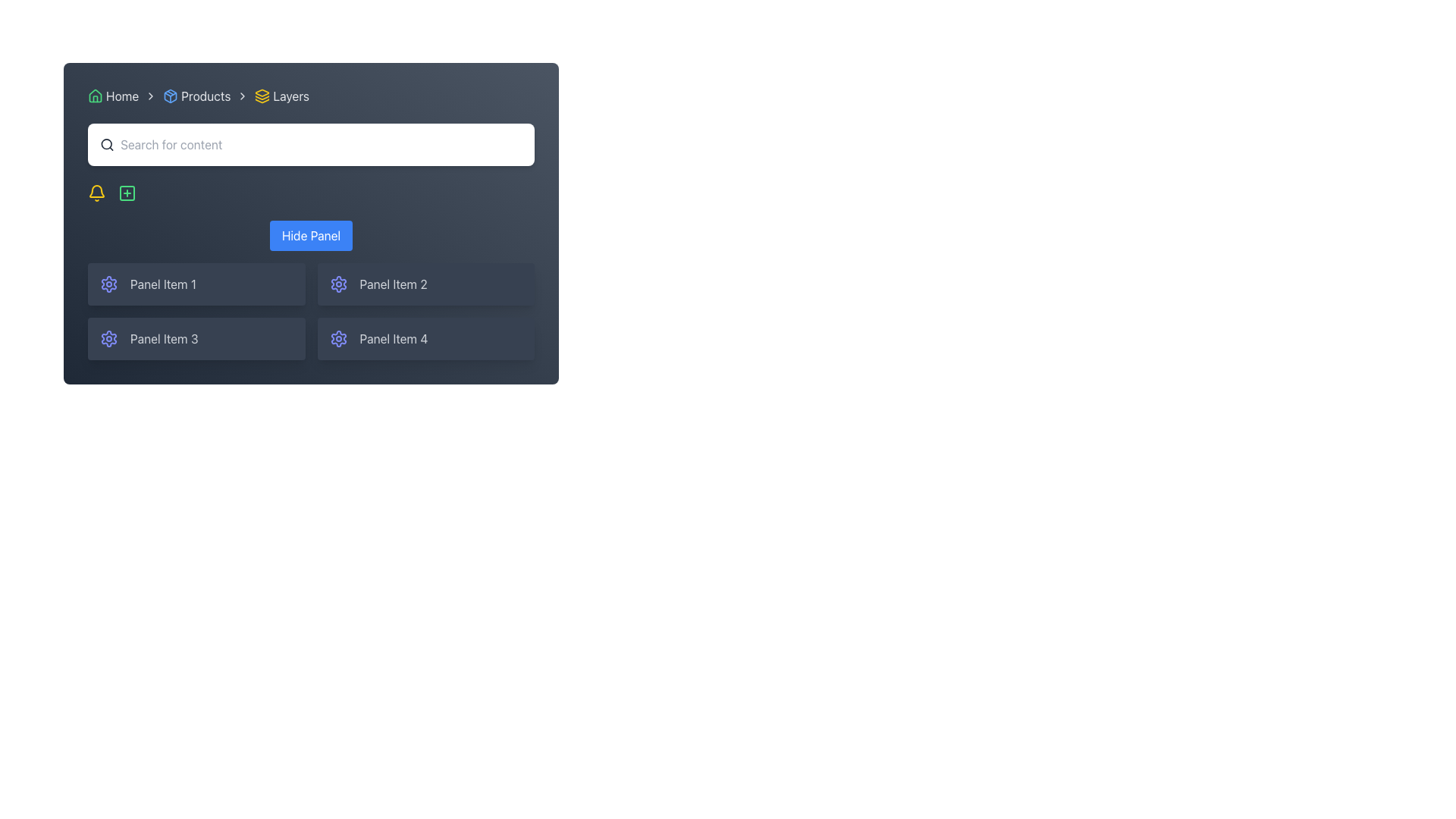 The width and height of the screenshot is (1456, 819). What do you see at coordinates (337, 284) in the screenshot?
I see `the cog-shaped icon located in 'Panel Item 2'` at bounding box center [337, 284].